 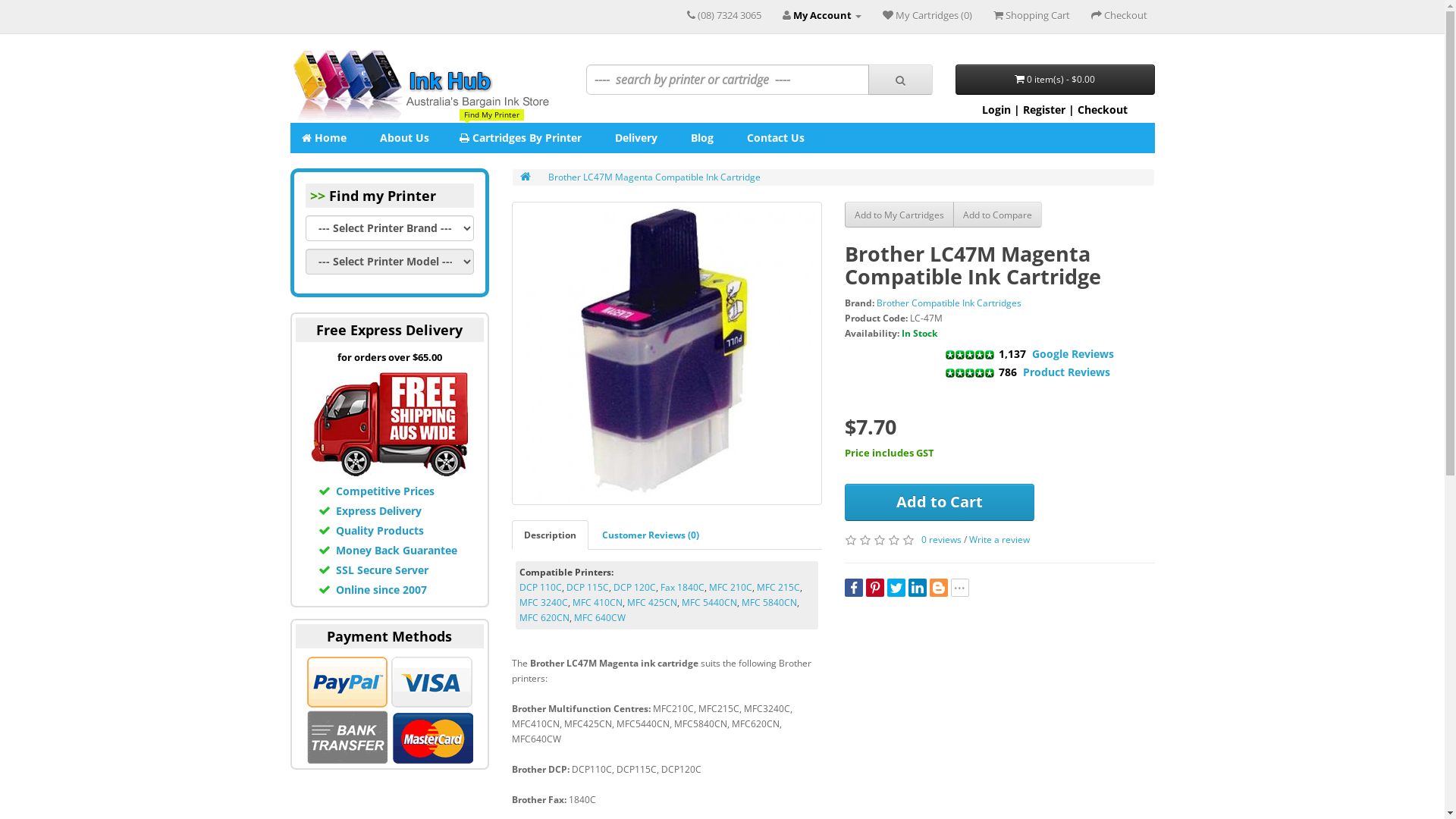 I want to click on 'Customer Reviews (0)', so click(x=651, y=534).